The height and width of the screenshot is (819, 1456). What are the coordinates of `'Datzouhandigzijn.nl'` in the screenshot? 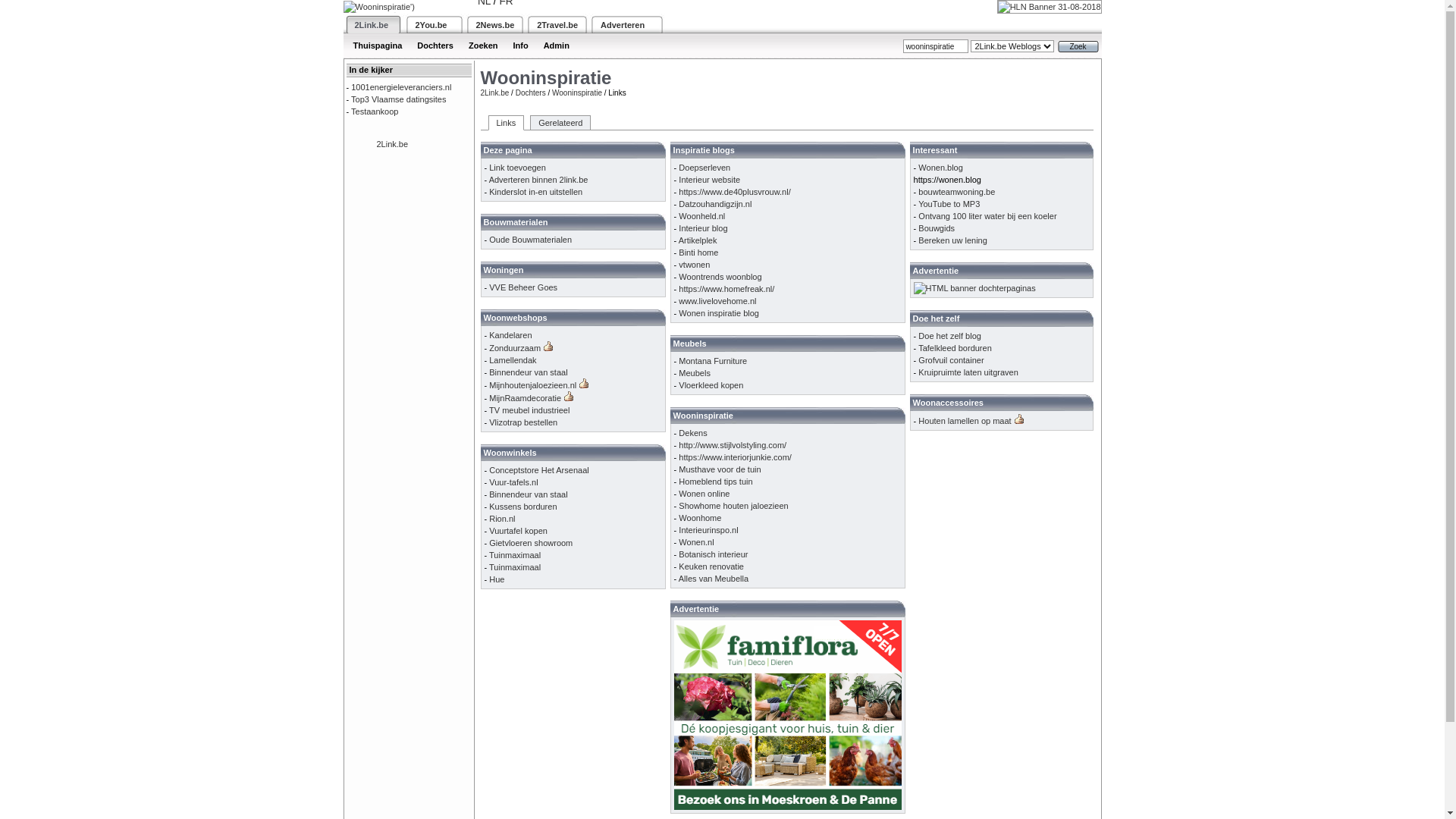 It's located at (677, 203).